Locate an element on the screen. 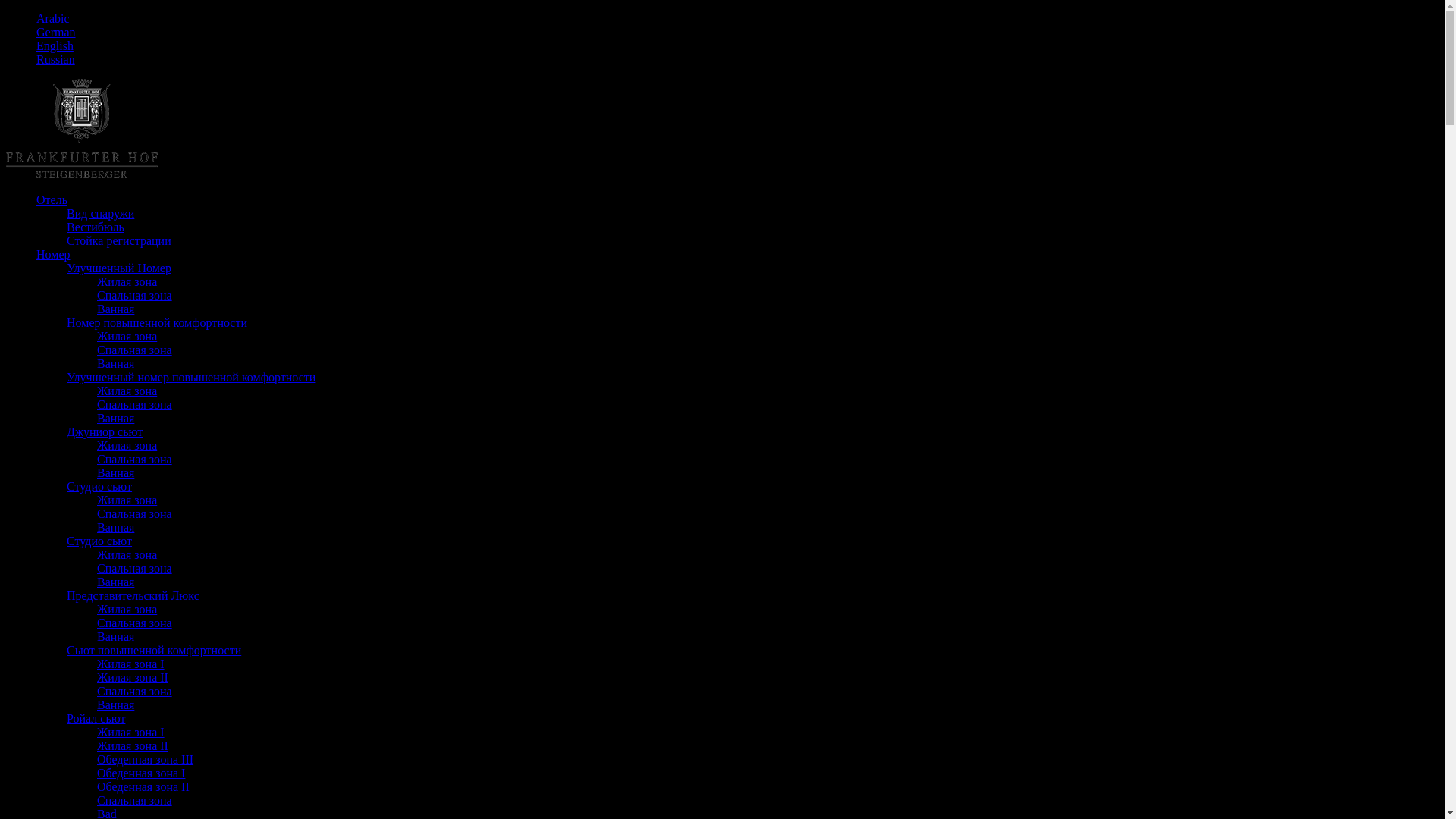 This screenshot has height=819, width=1456. 'Russian' is located at coordinates (55, 58).